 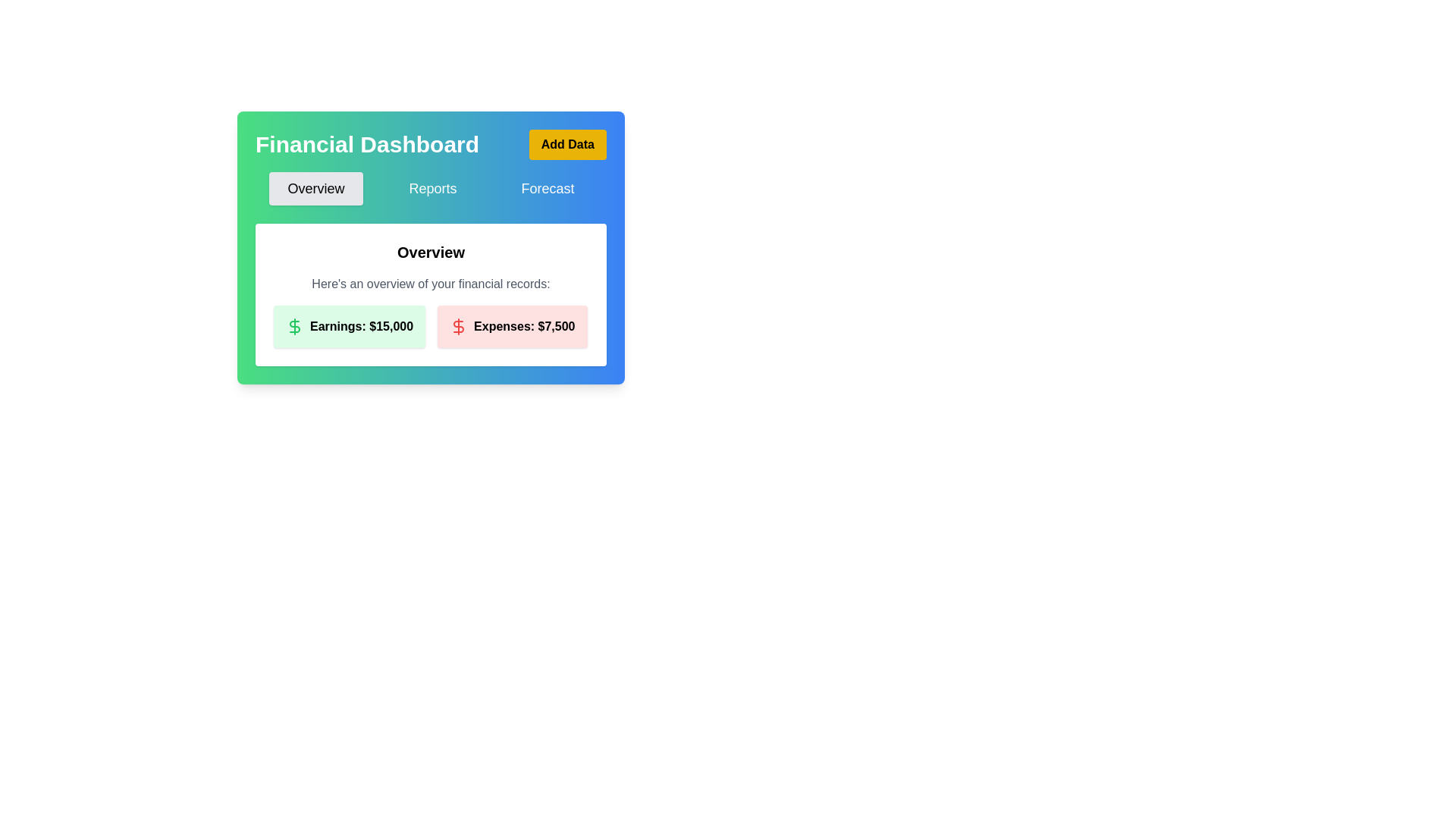 What do you see at coordinates (432, 188) in the screenshot?
I see `the 'Reports' button, which is the second button in the navigation bar` at bounding box center [432, 188].